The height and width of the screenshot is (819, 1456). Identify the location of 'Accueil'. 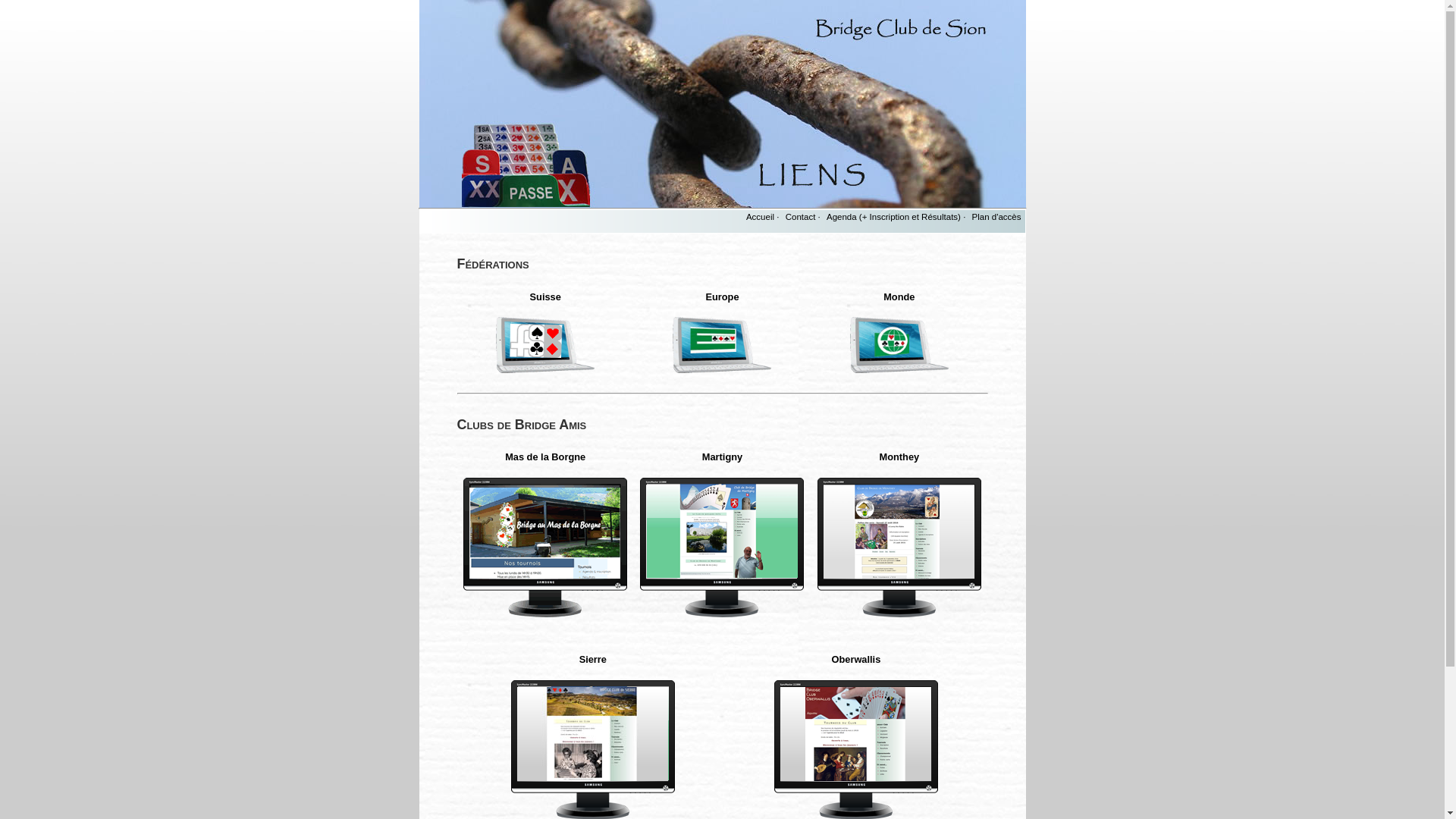
(760, 216).